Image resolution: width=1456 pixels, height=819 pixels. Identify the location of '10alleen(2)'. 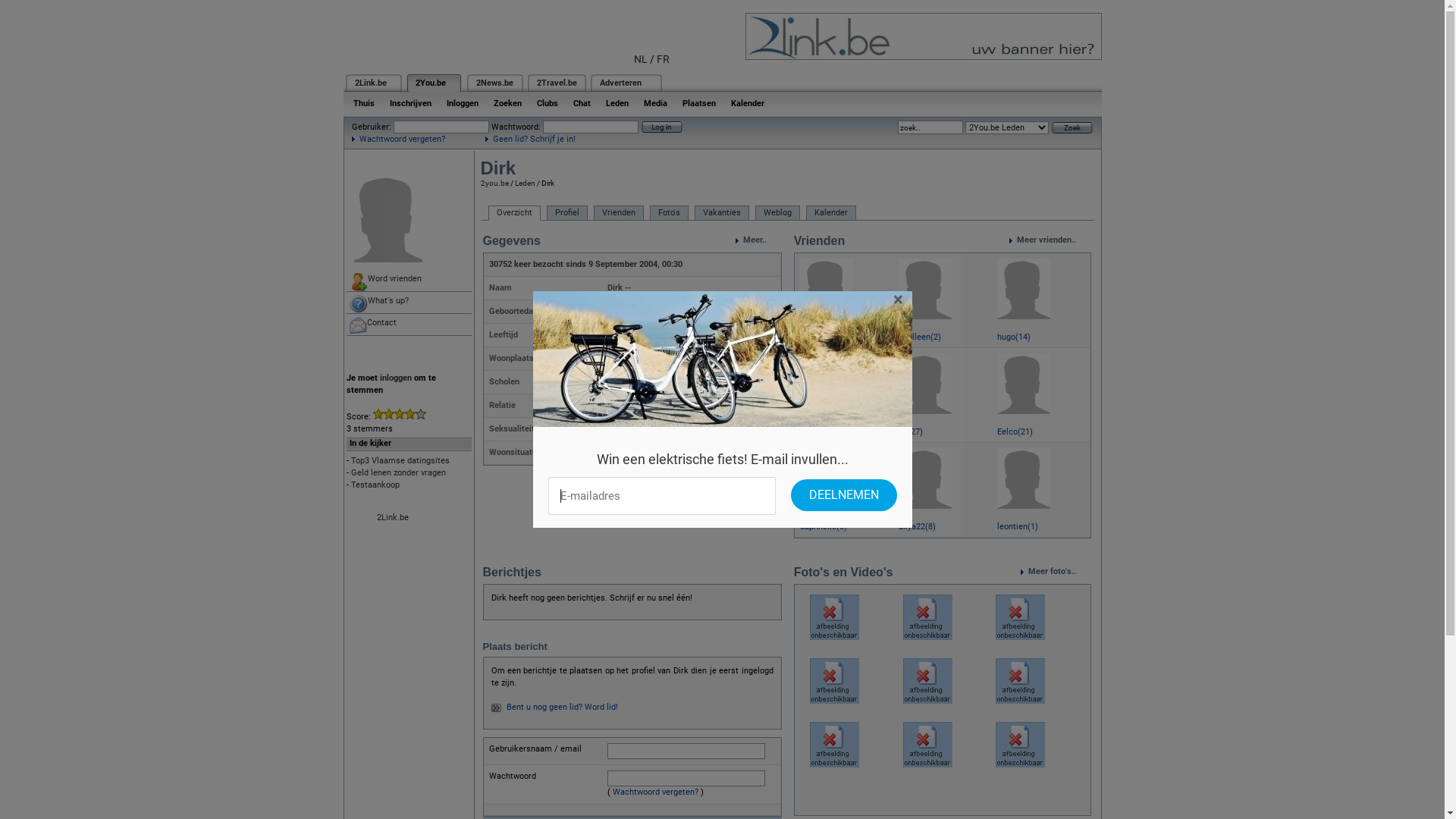
(919, 336).